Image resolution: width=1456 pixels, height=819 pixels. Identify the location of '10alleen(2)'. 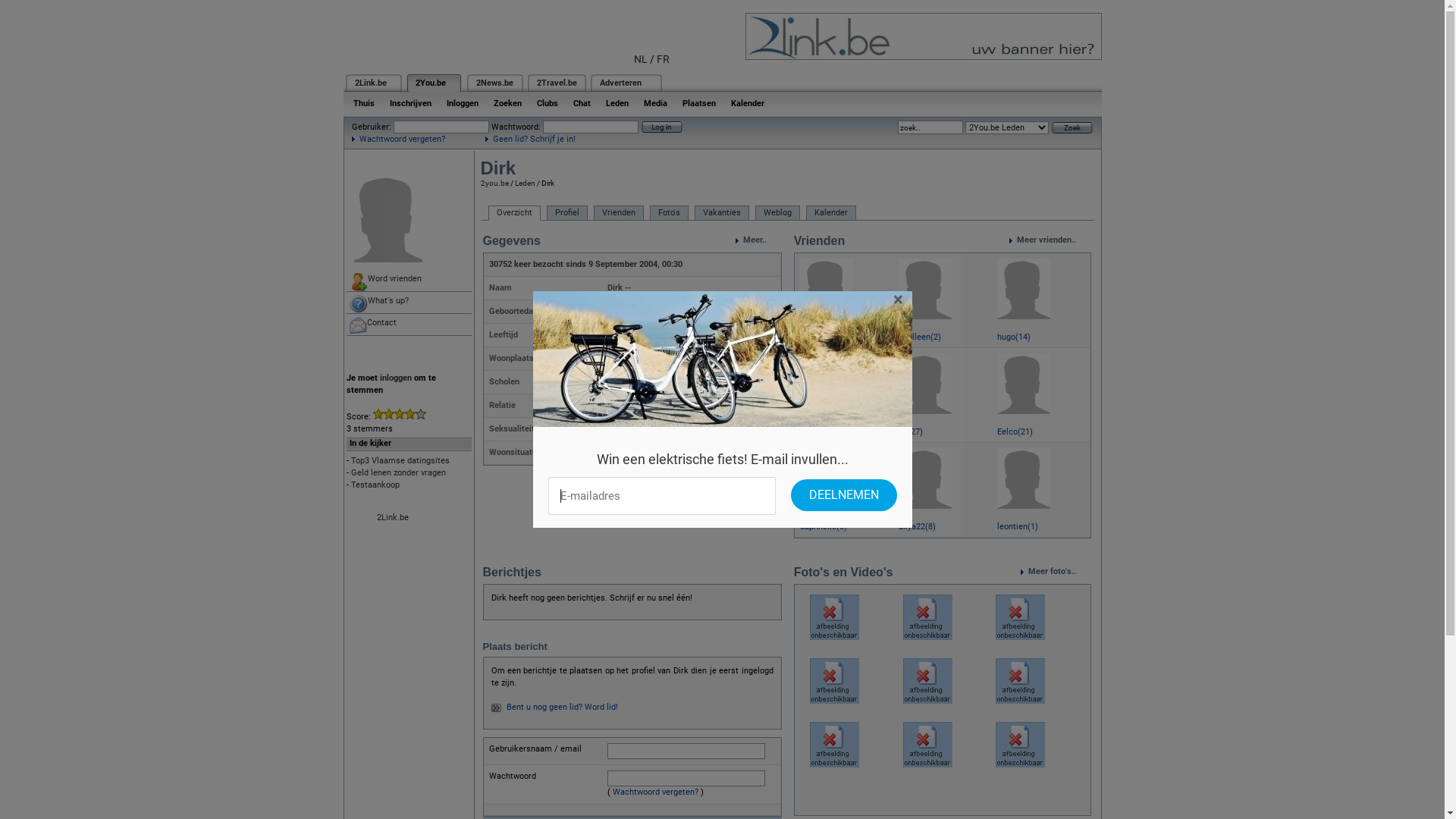
(919, 336).